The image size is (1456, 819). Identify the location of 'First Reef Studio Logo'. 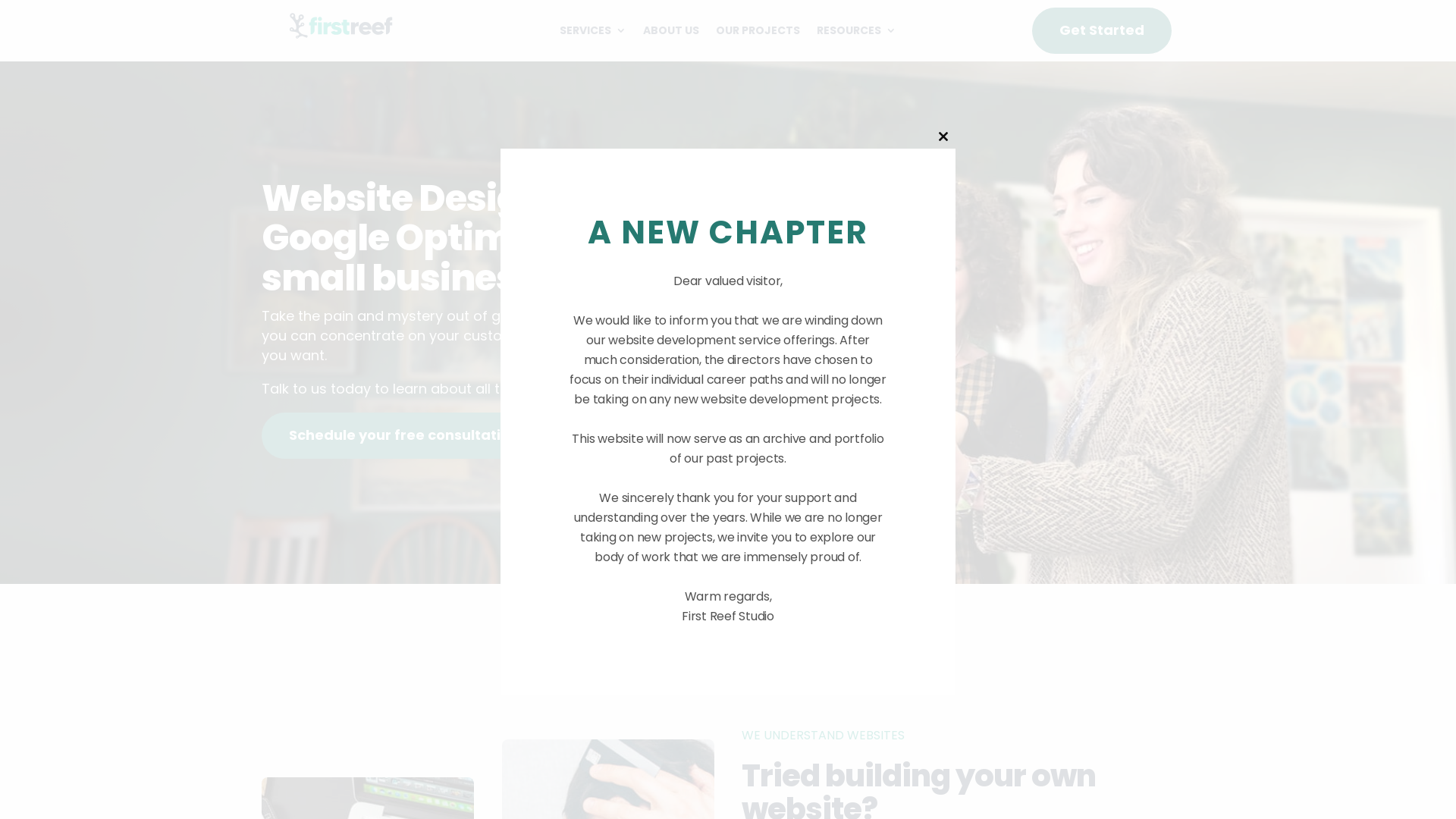
(284, 26).